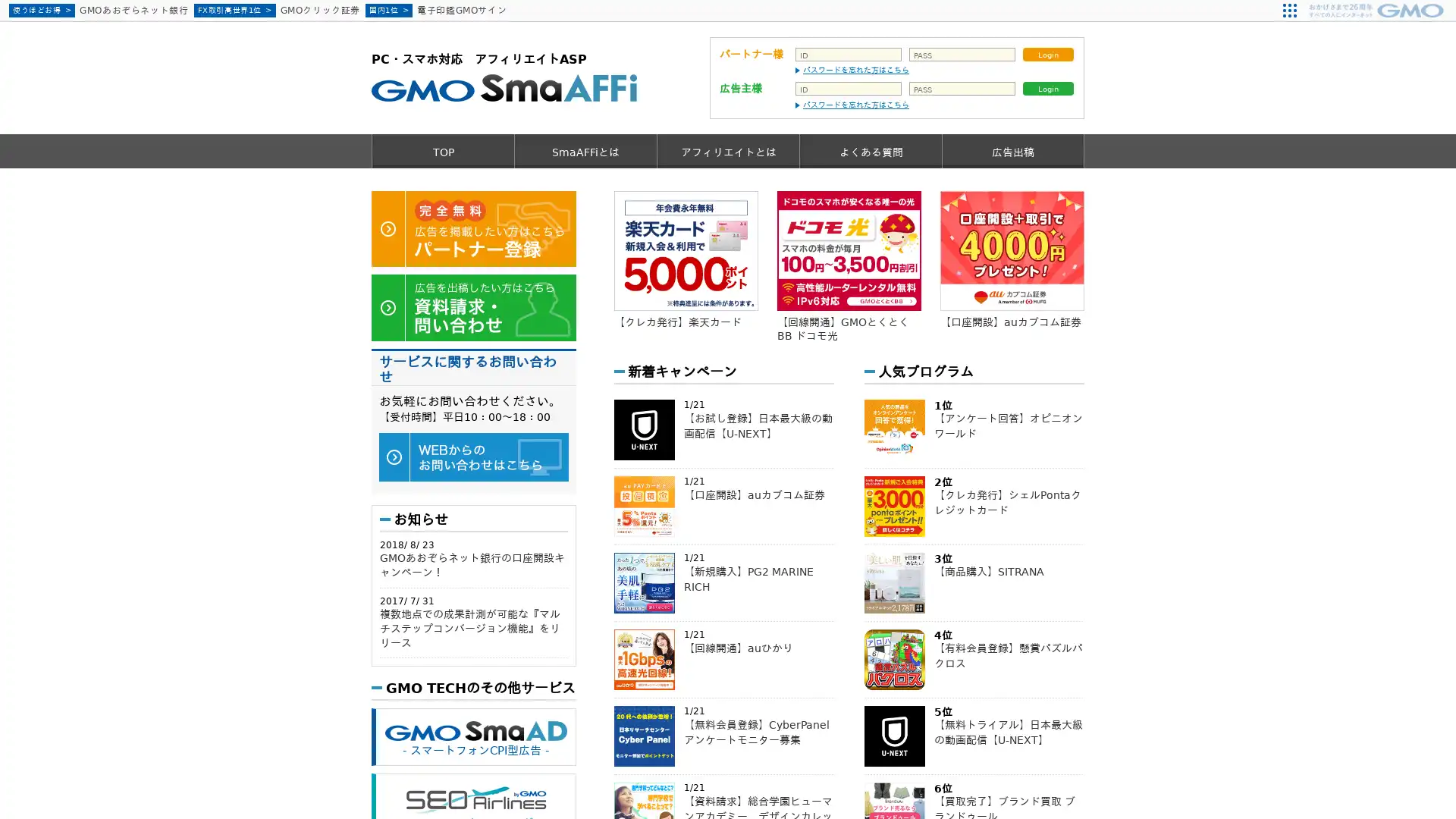  What do you see at coordinates (1047, 88) in the screenshot?
I see `Login` at bounding box center [1047, 88].